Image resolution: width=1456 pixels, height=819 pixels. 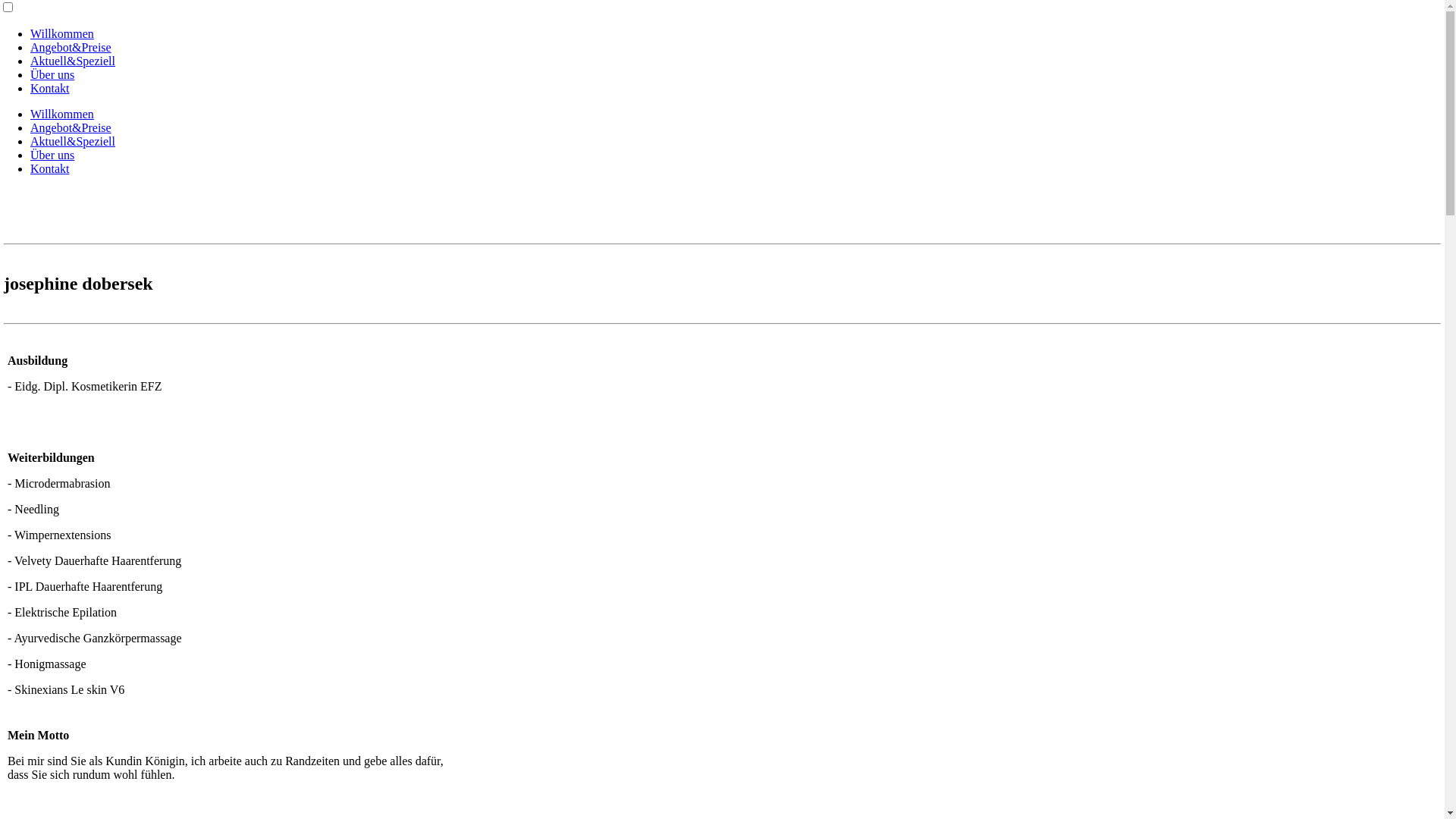 What do you see at coordinates (72, 60) in the screenshot?
I see `'Aktuell&Speziell'` at bounding box center [72, 60].